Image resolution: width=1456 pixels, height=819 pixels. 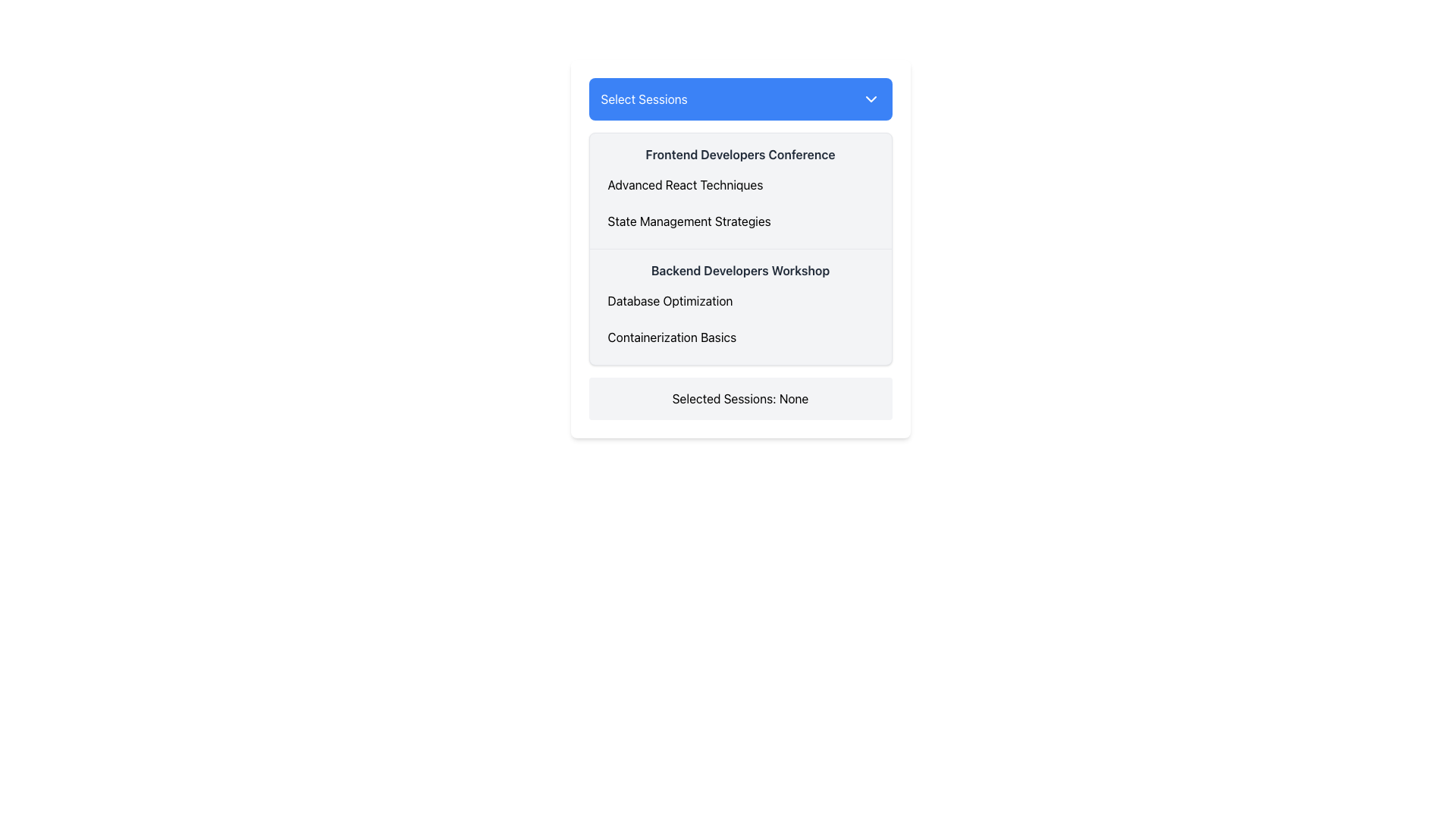 What do you see at coordinates (740, 155) in the screenshot?
I see `the first static text label representing a session or topic, located directly below the 'Select Sessions' dropdown menu` at bounding box center [740, 155].